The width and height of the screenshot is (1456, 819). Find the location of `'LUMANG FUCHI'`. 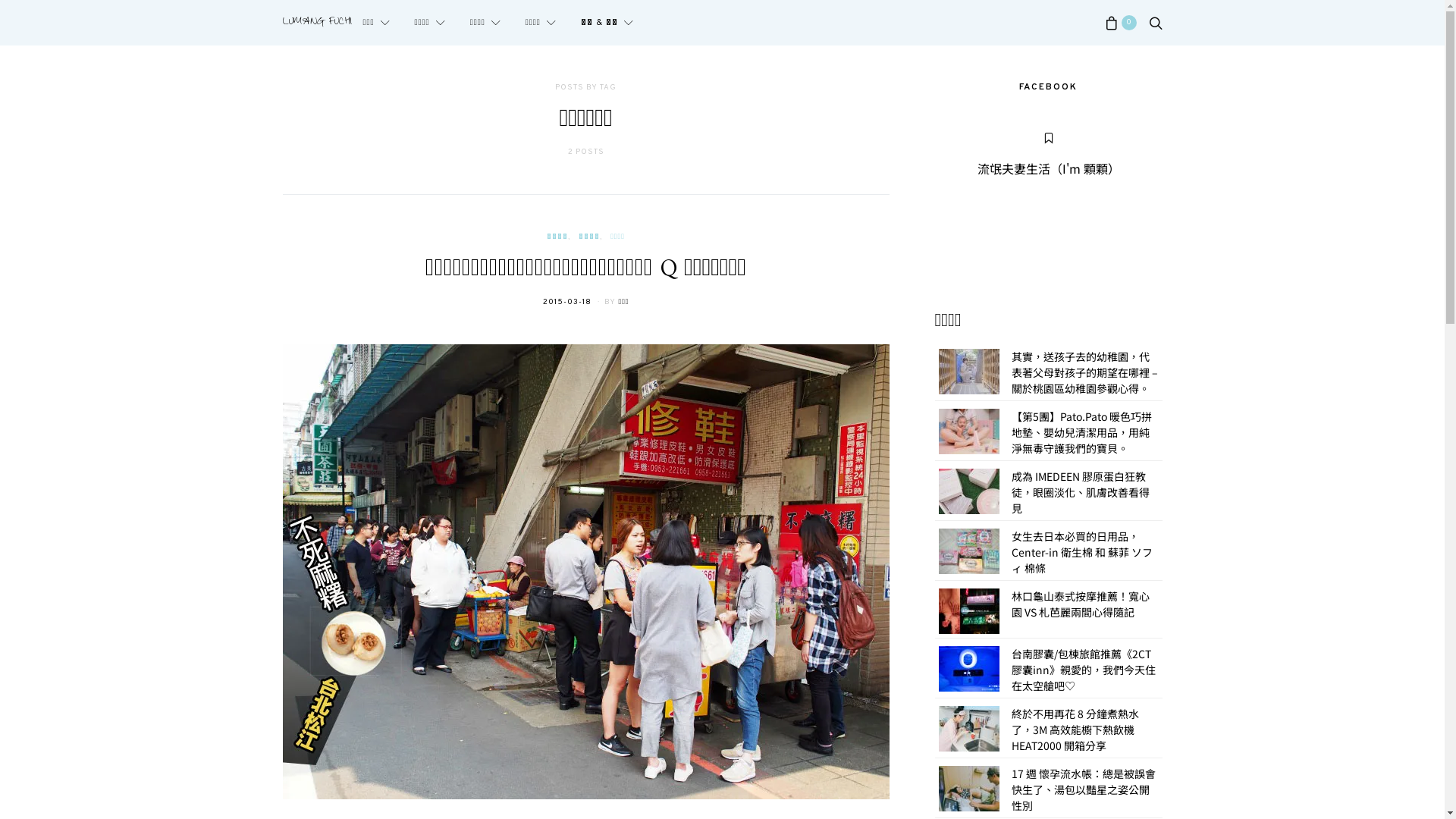

'LUMANG FUCHI' is located at coordinates (315, 23).